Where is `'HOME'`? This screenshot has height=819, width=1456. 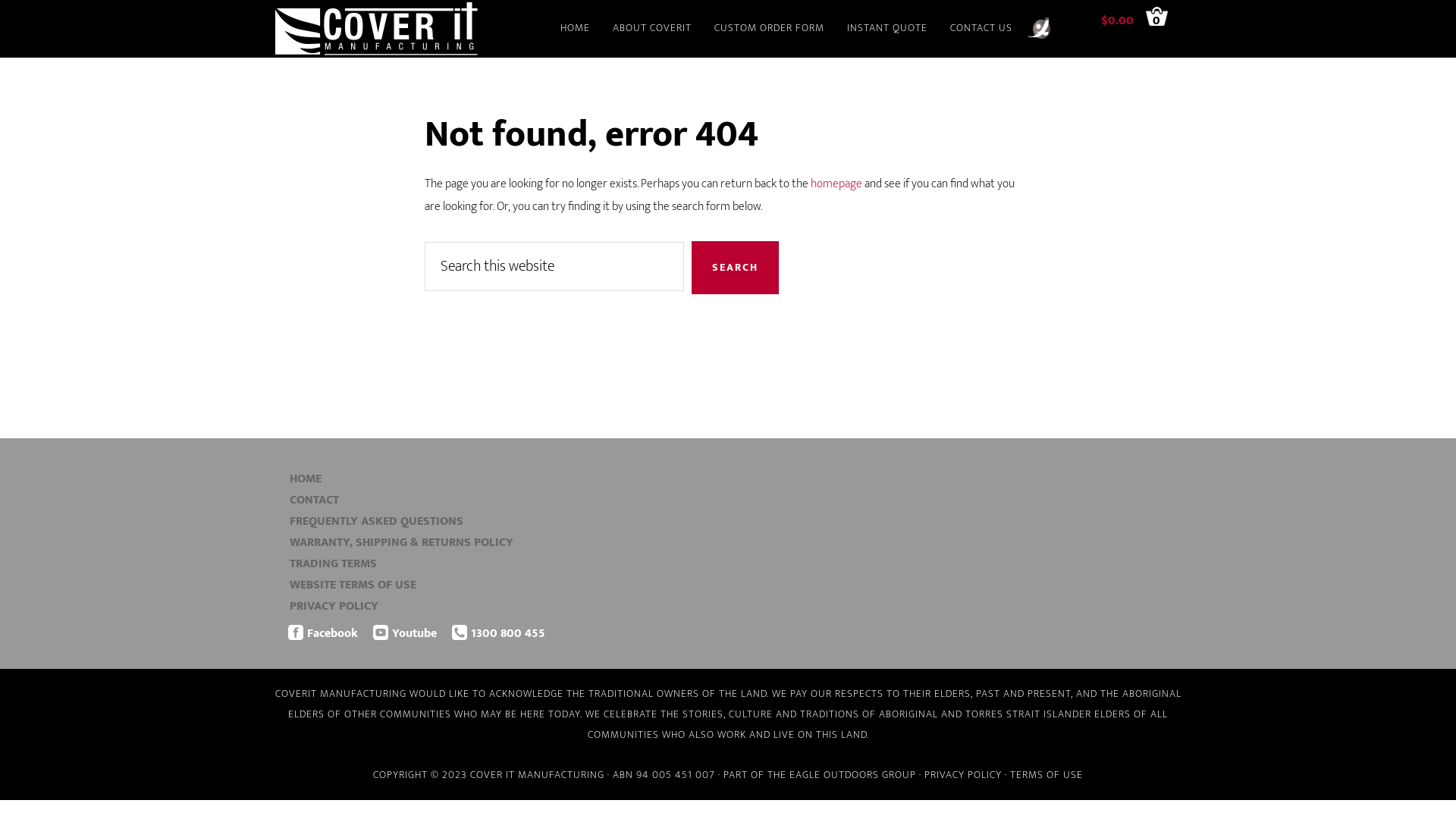
'HOME' is located at coordinates (305, 479).